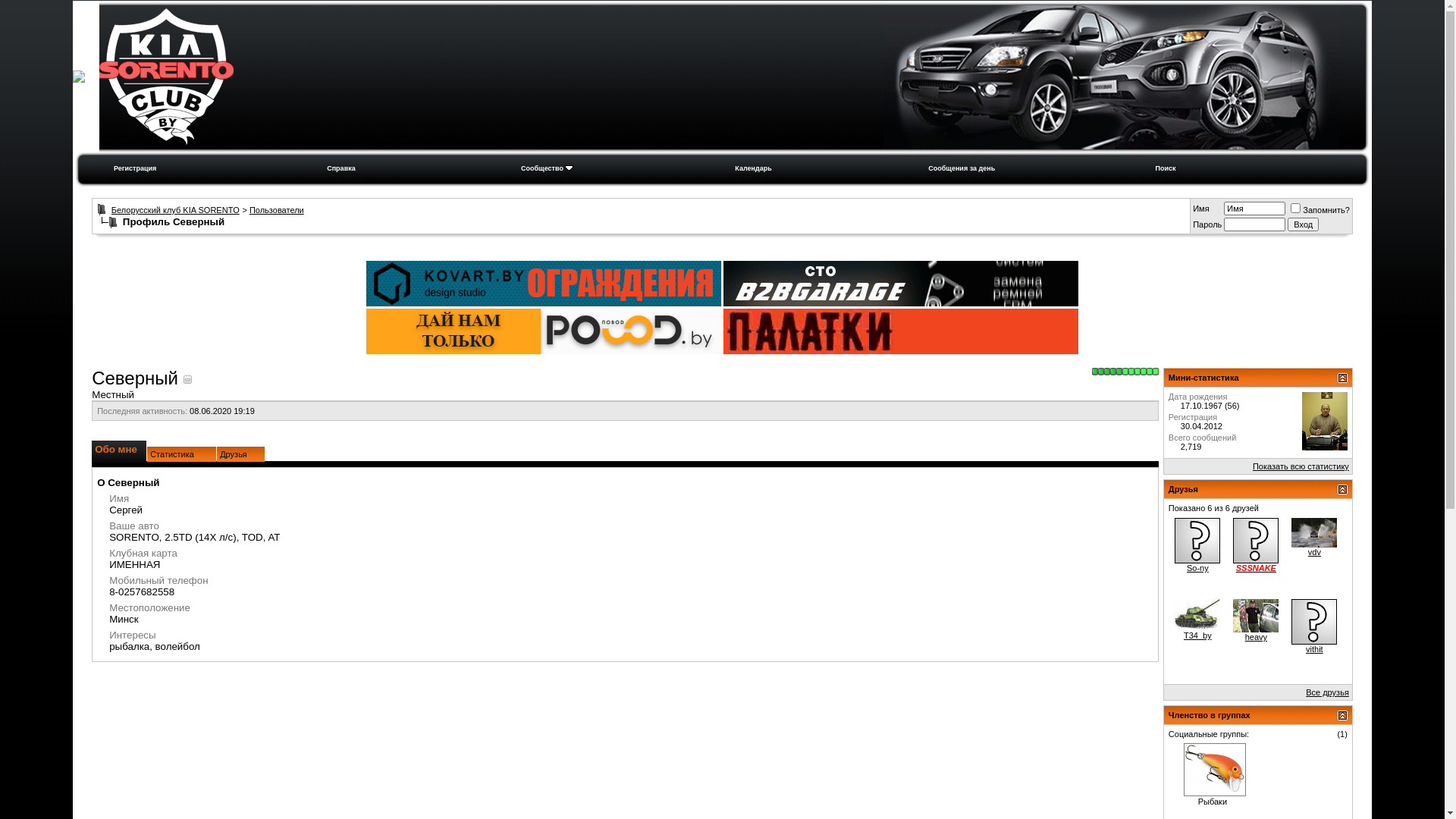 The image size is (1456, 819). What do you see at coordinates (1313, 532) in the screenshot?
I see `'vdv'` at bounding box center [1313, 532].